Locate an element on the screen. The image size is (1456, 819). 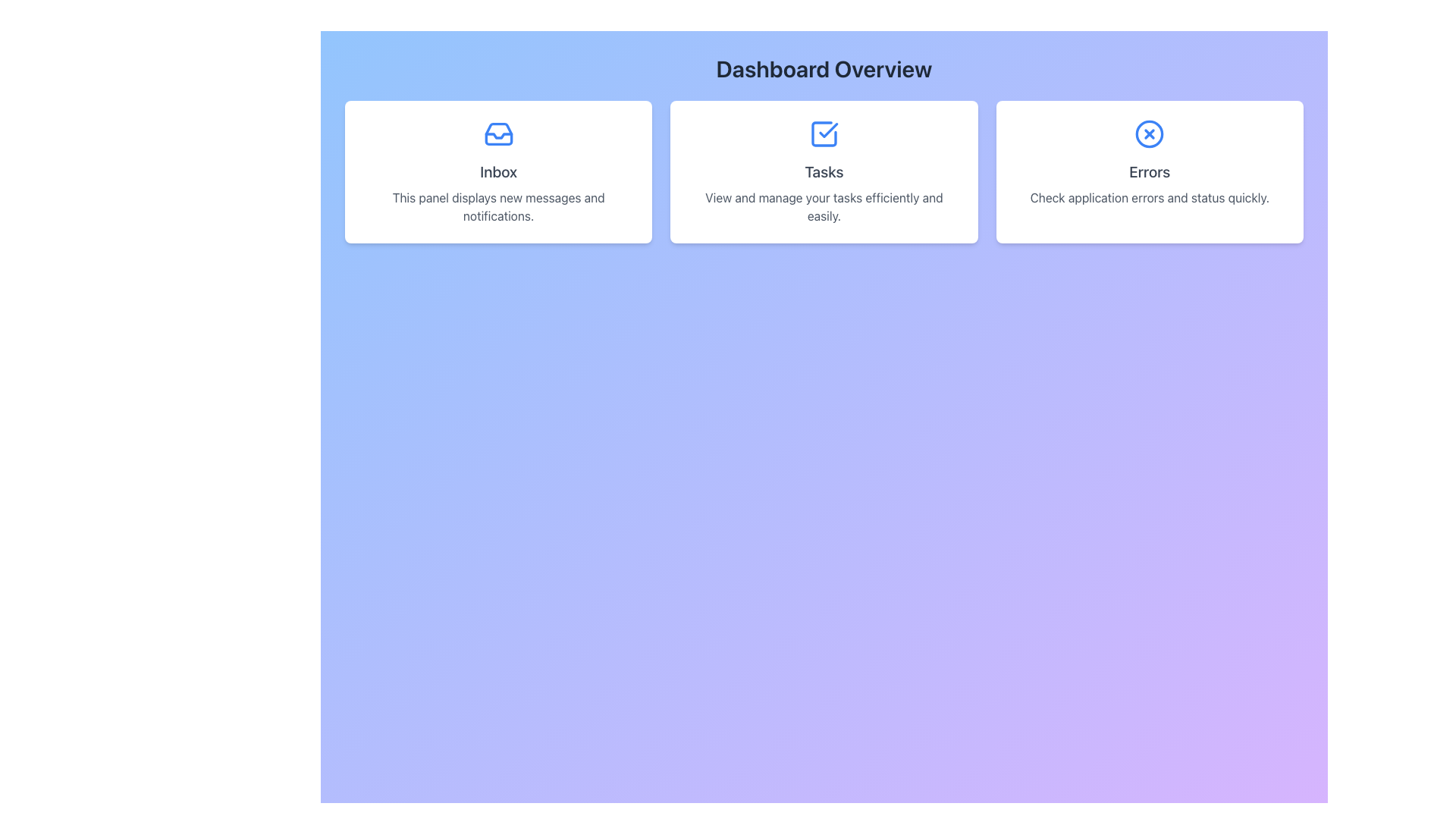
the header Text Label that provides a title or summarizing description for the section, located at the top of the interface near the center is located at coordinates (823, 69).